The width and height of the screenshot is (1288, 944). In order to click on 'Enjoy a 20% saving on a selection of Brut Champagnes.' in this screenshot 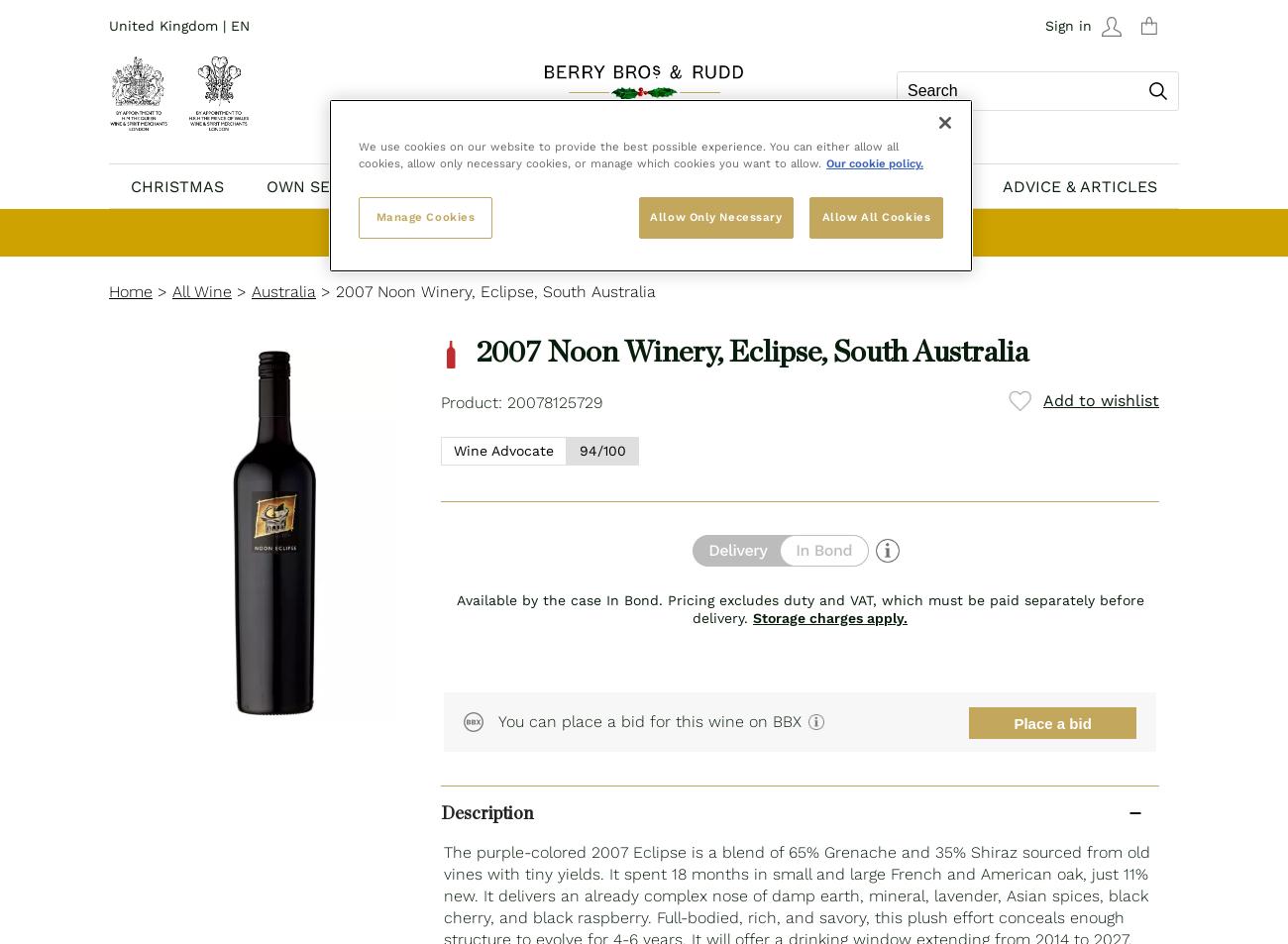, I will do `click(602, 232)`.